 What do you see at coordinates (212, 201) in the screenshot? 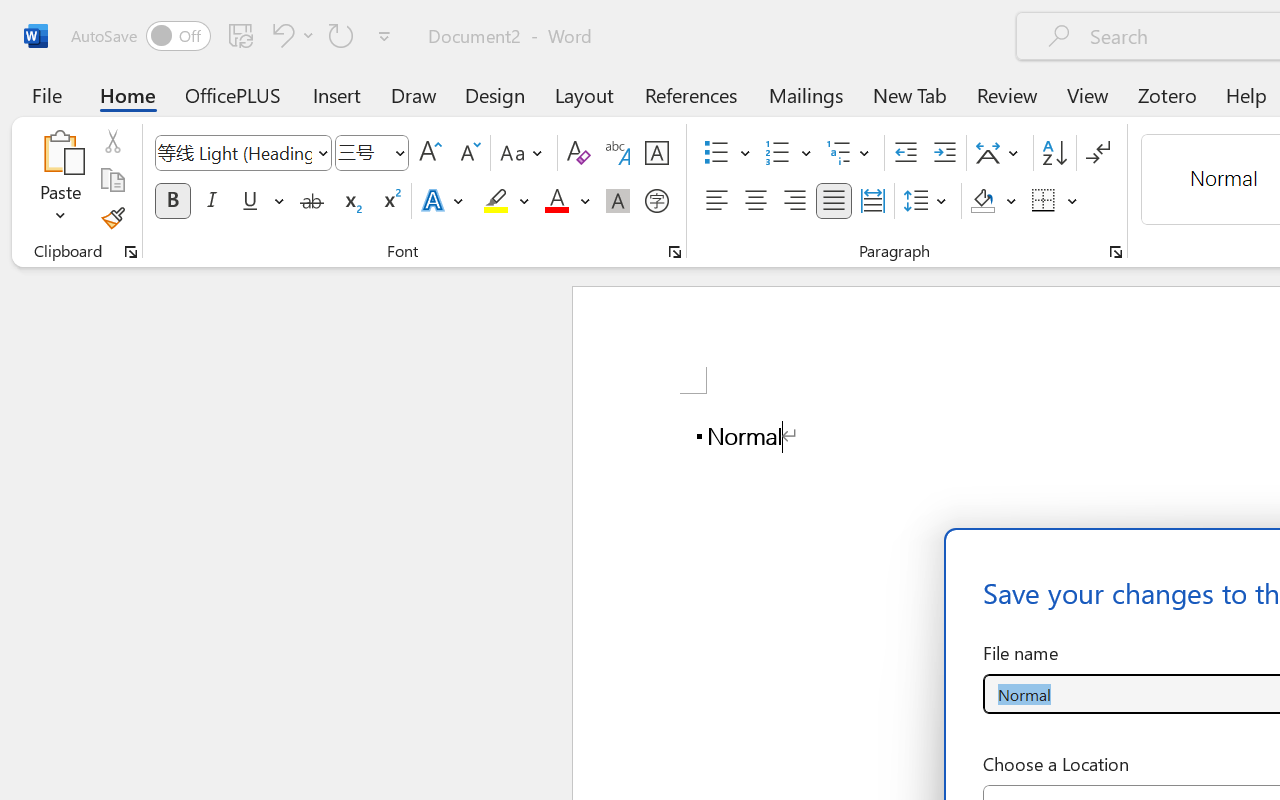
I see `'Italic'` at bounding box center [212, 201].